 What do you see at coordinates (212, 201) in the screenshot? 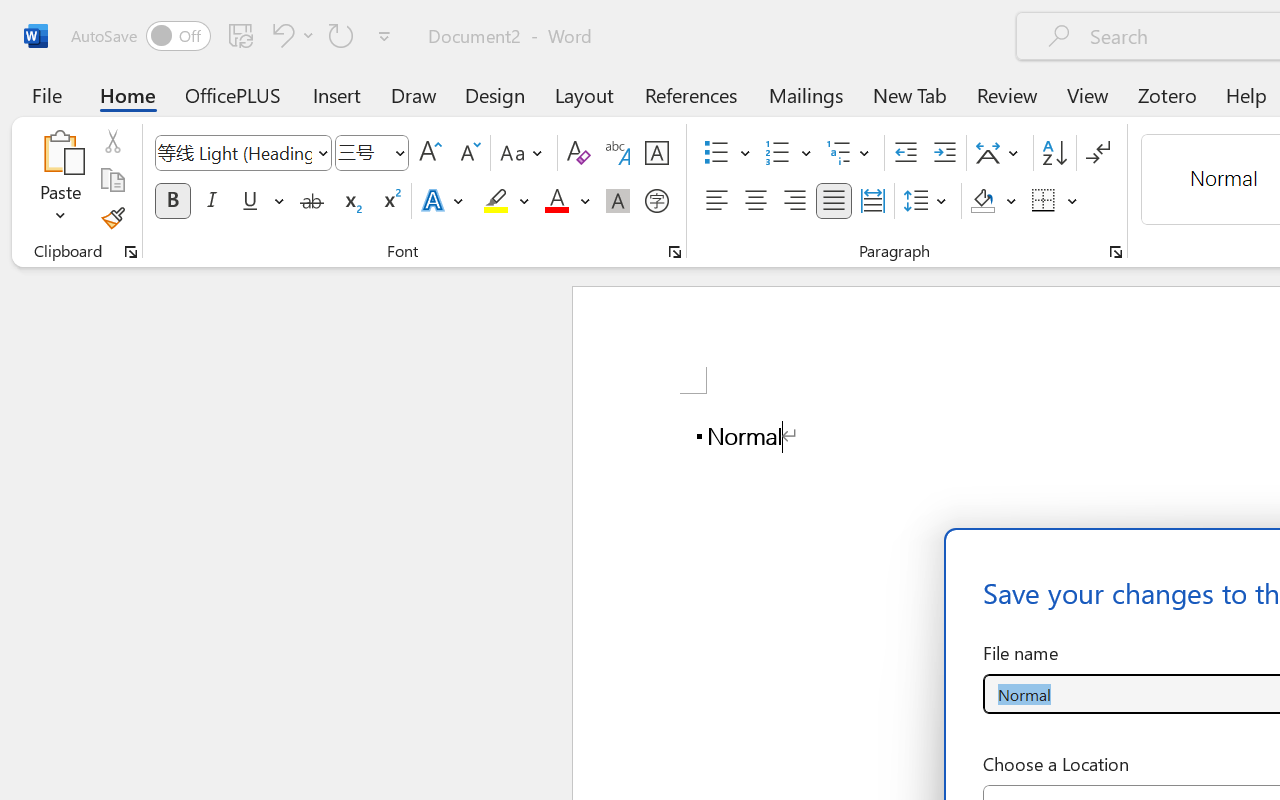
I see `'Italic'` at bounding box center [212, 201].